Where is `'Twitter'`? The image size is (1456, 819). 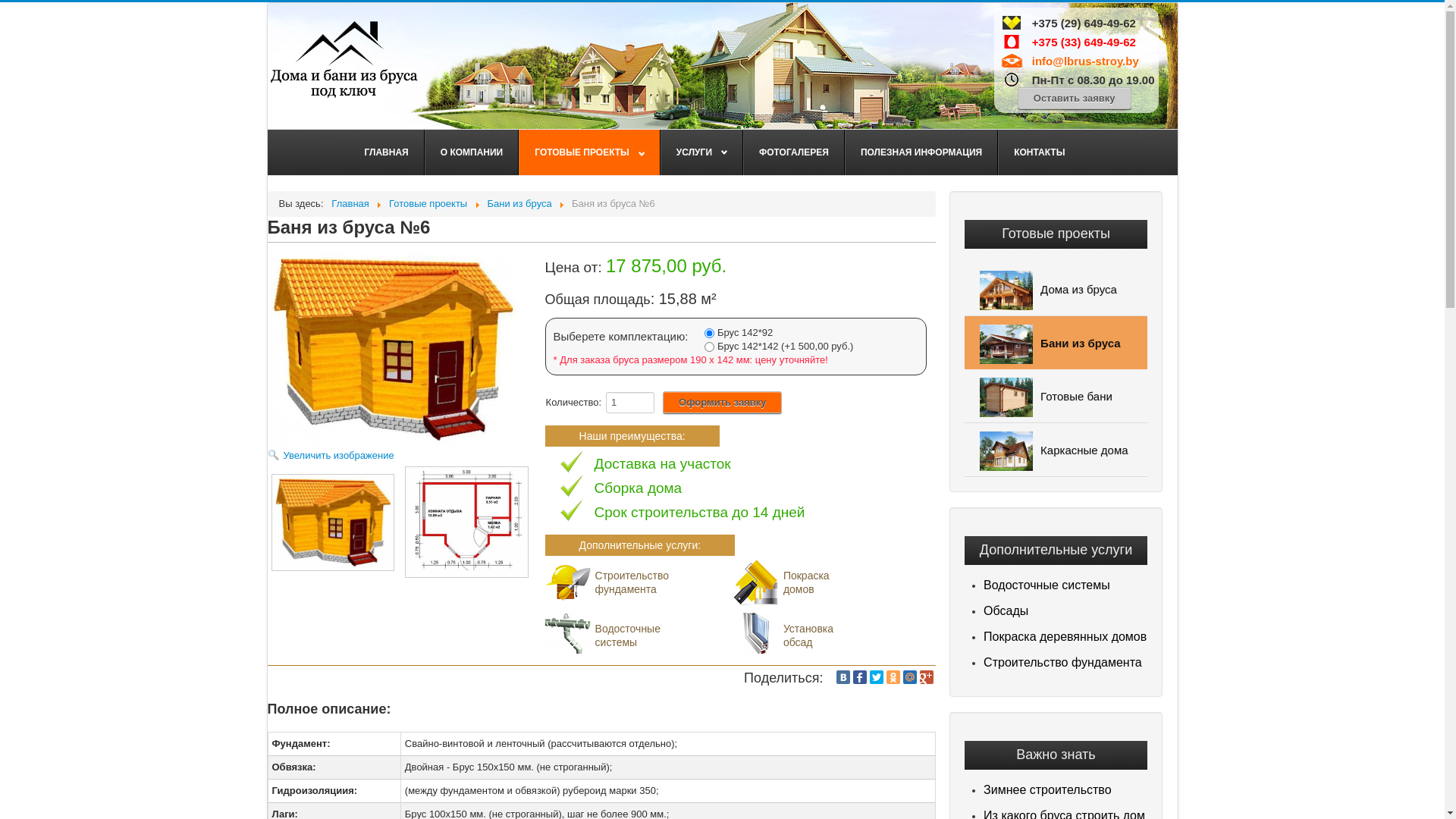 'Twitter' is located at coordinates (877, 676).